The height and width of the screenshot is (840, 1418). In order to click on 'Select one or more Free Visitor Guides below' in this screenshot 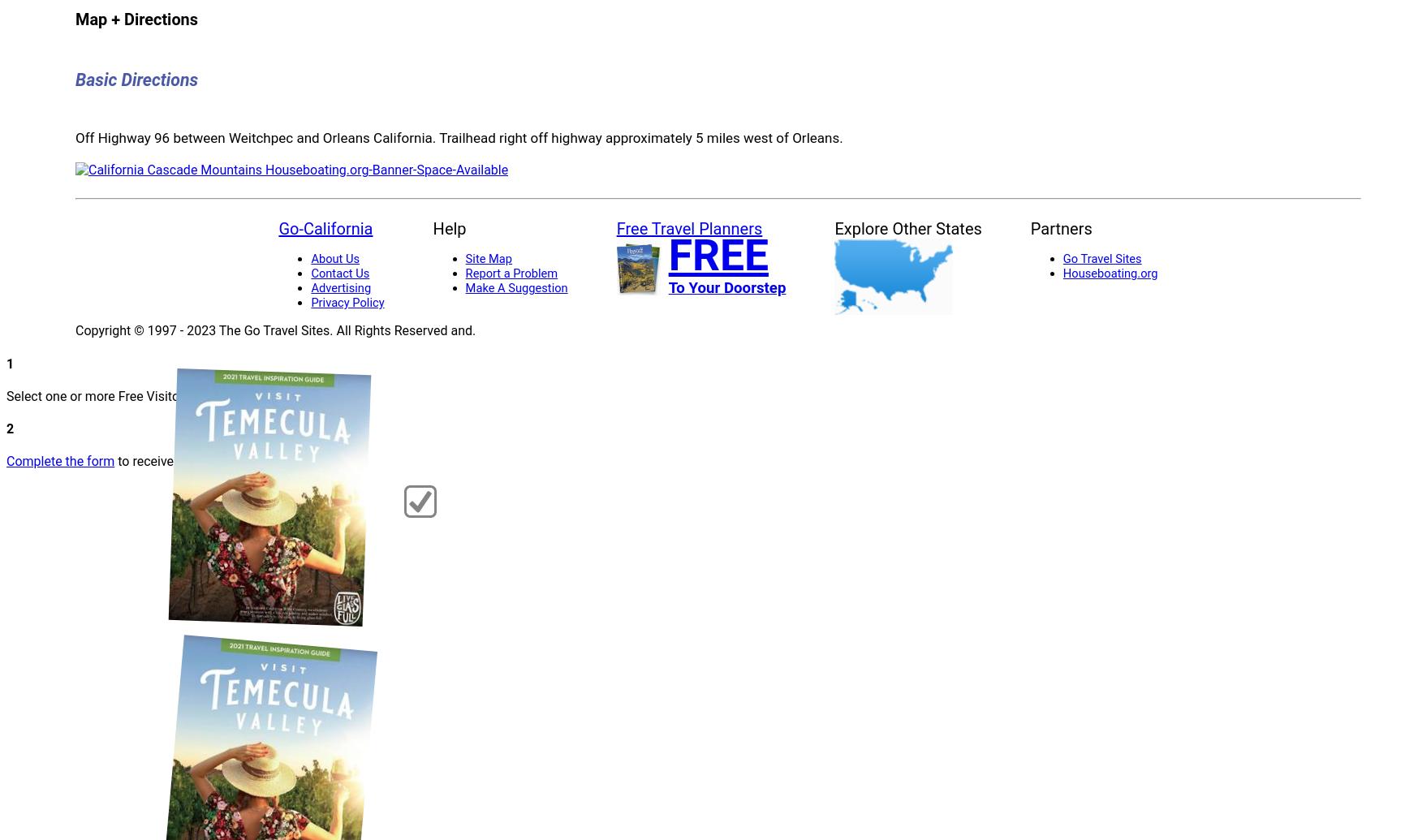, I will do `click(135, 395)`.